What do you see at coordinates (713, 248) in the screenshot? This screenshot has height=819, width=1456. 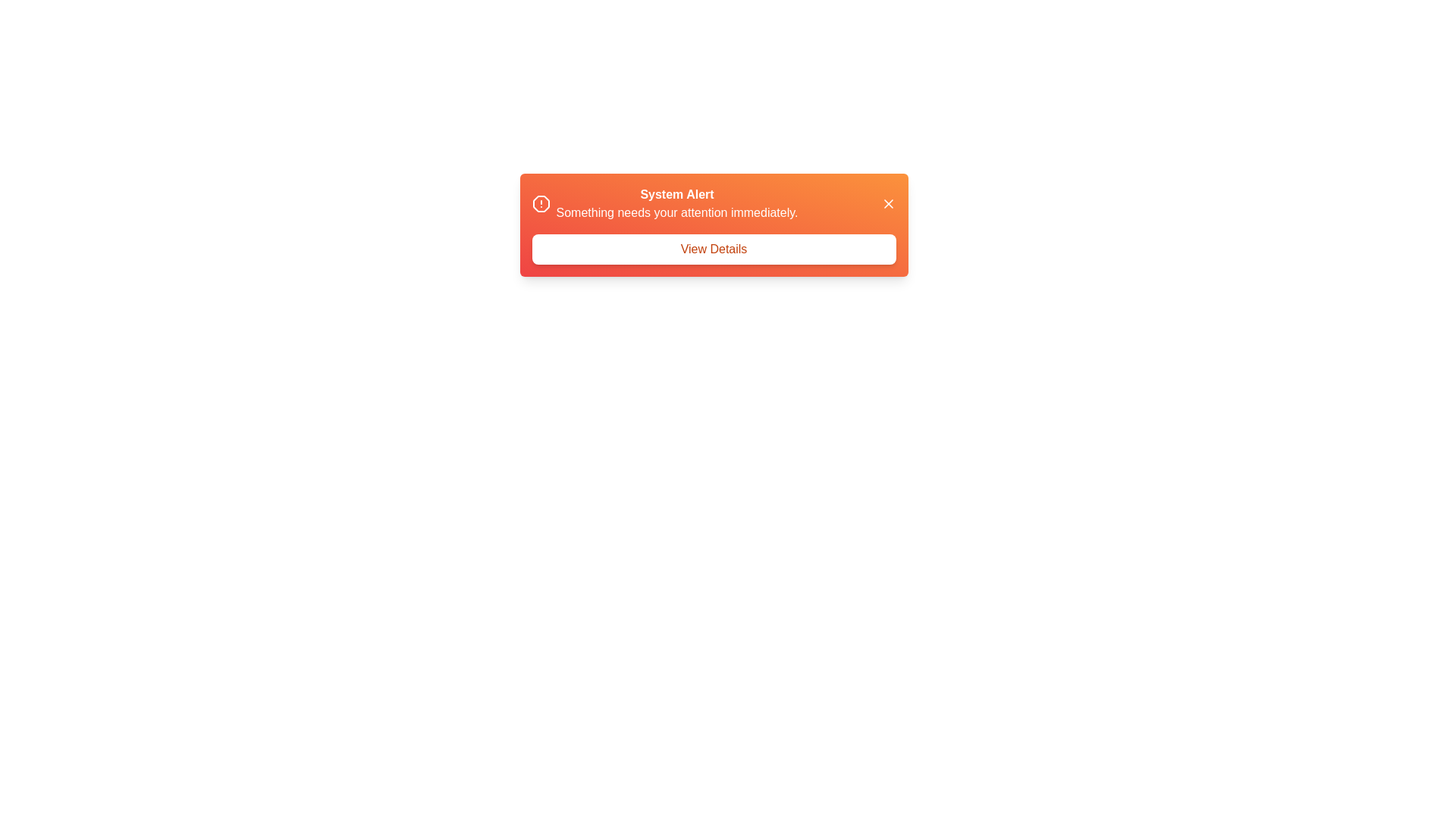 I see `the 'View Details' button, which is a rectangular button with a white background and rounded corners, featuring orange text and a shadow effect, to observe the background color change` at bounding box center [713, 248].